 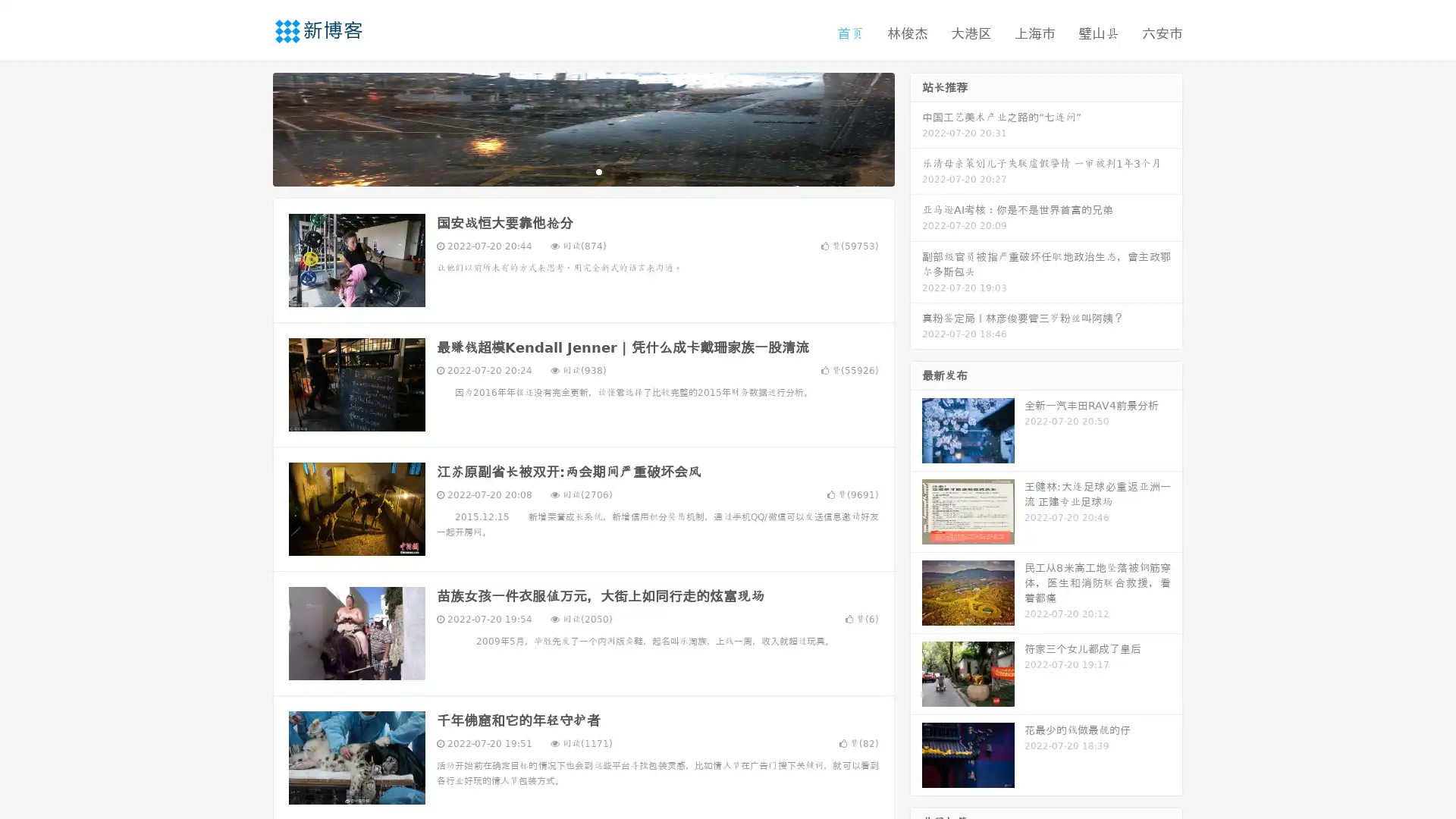 I want to click on Next slide, so click(x=916, y=127).